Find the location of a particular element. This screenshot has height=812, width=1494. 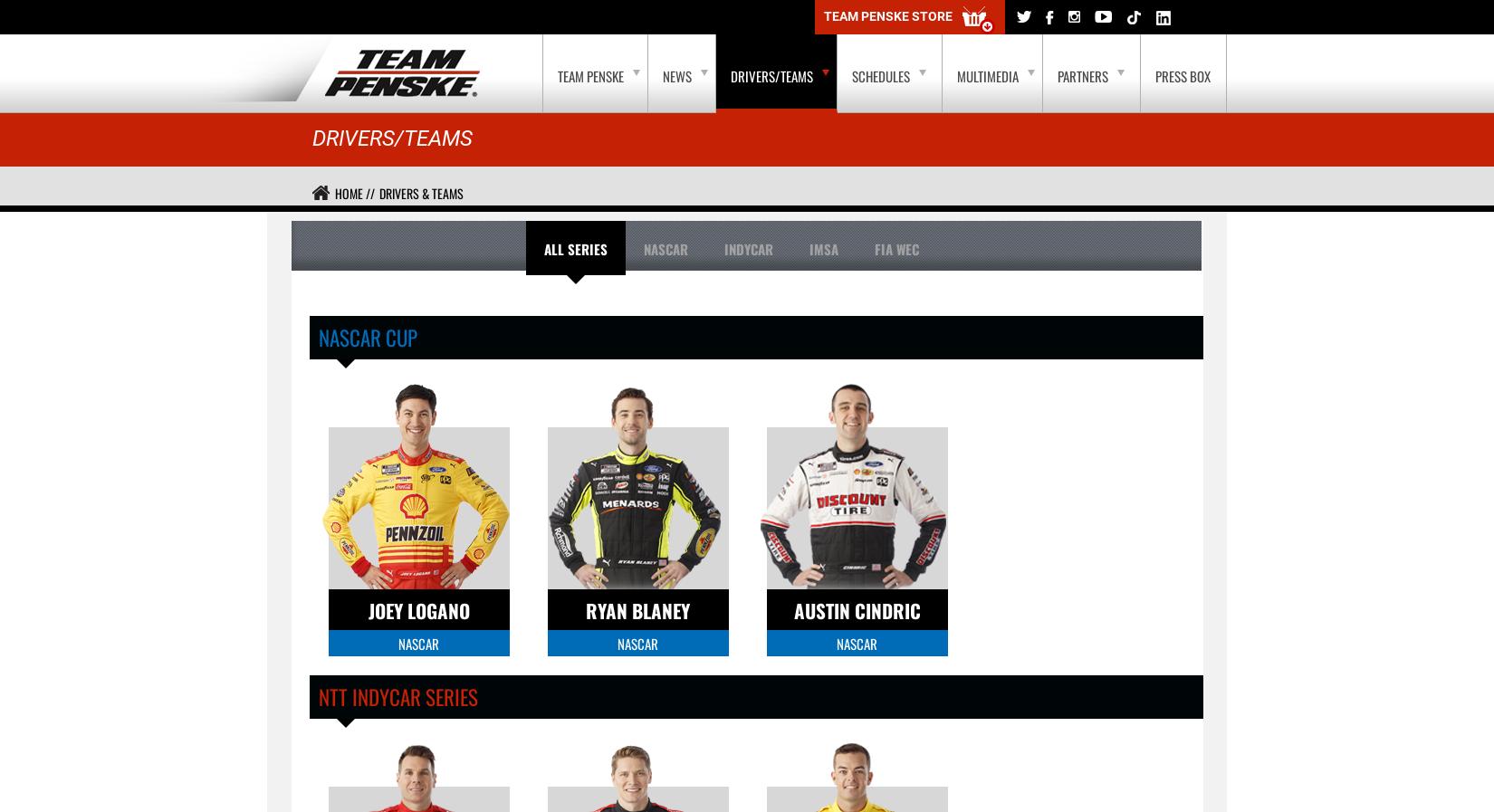

'Drivers/Teams' is located at coordinates (391, 138).